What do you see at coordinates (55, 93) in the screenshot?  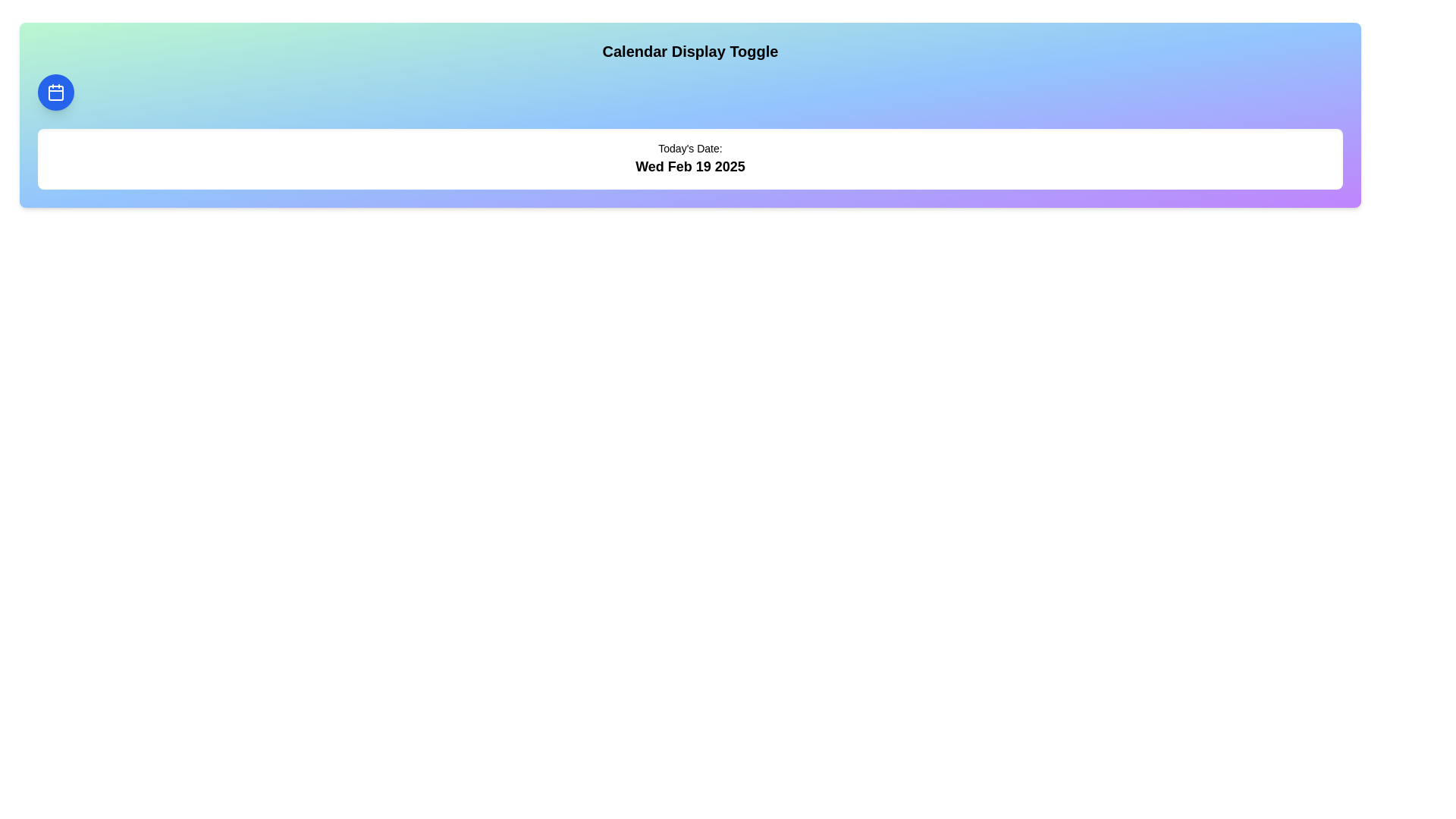 I see `the calendar toggle button to toggle the calendar display` at bounding box center [55, 93].